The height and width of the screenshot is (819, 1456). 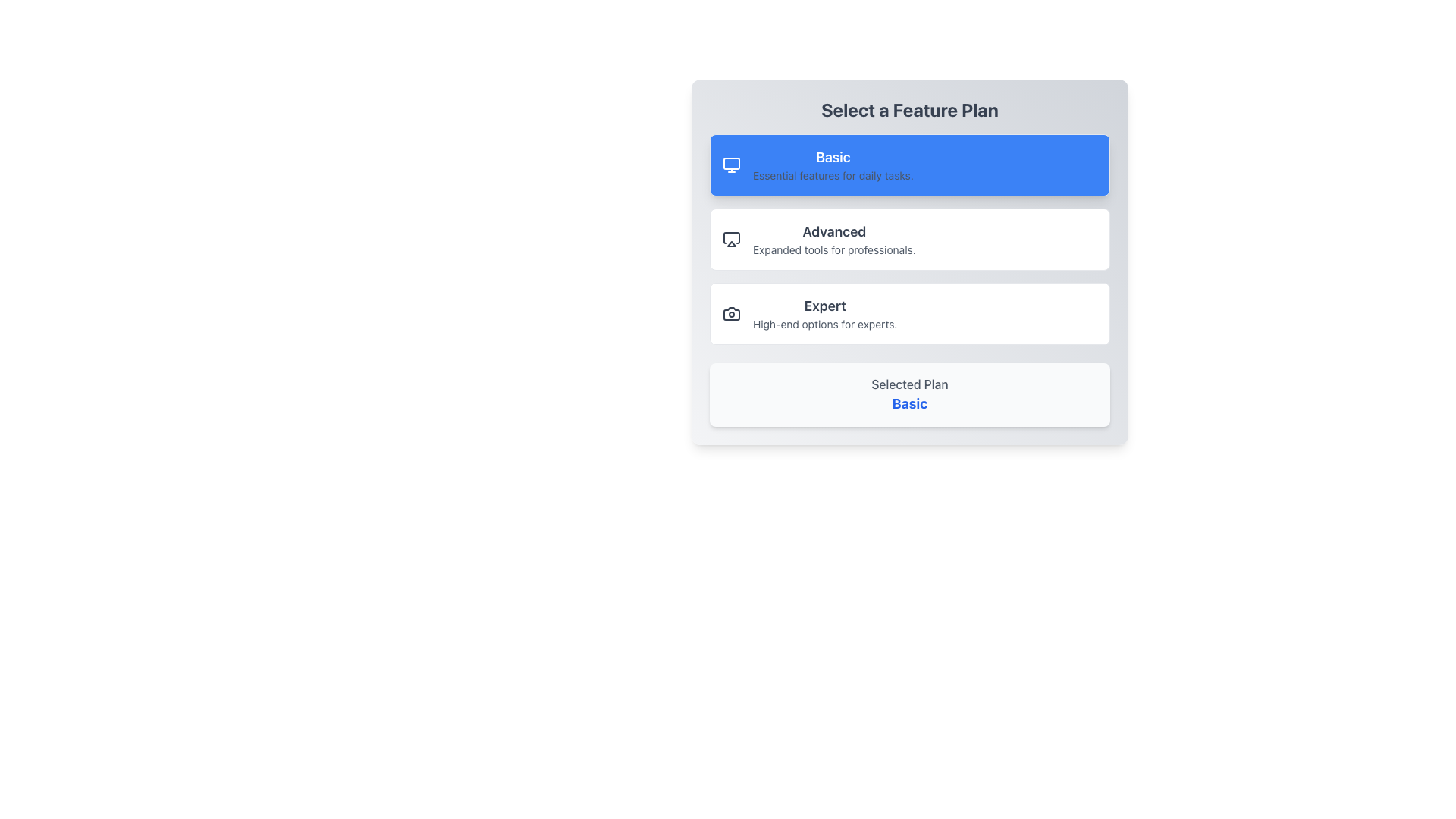 I want to click on the text information about the 'Advanced' feature plan, which is represented by a bold 'Advanced' label and a smaller description below it, centered within a white rounded rectangle, so click(x=833, y=239).